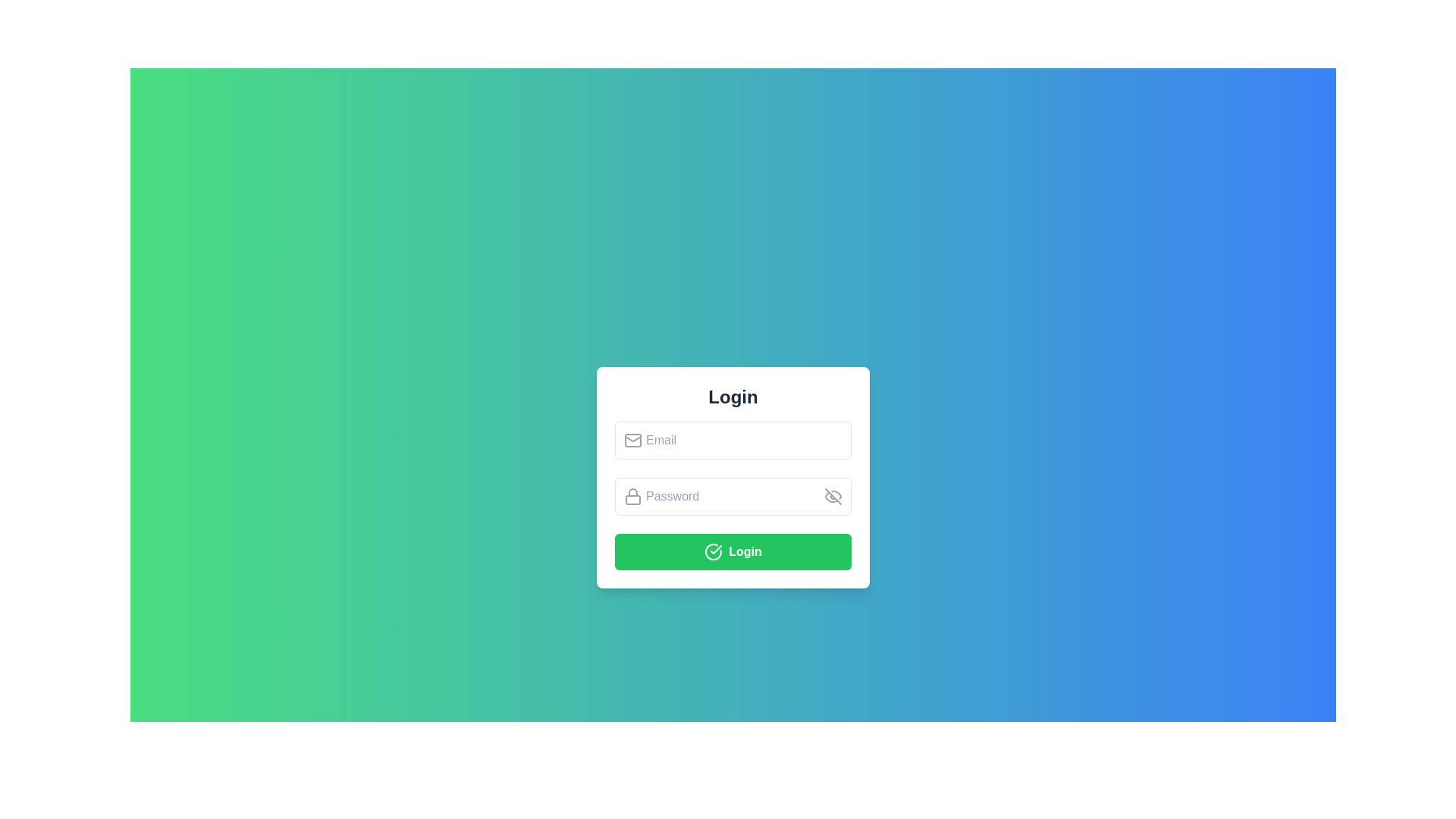  I want to click on the green outlined circular checkmark icon located on the left side of the 'Login' button, which visually enhances its function as confirmation or success, so click(713, 552).